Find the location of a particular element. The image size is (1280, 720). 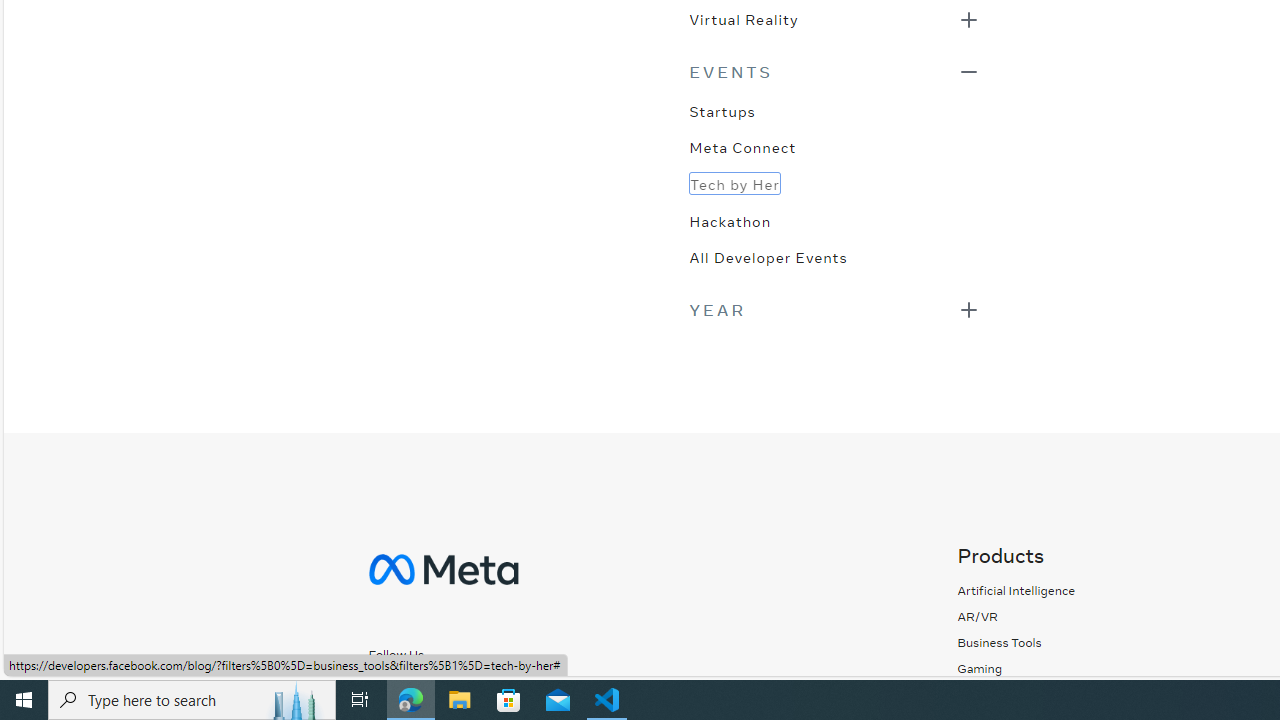

'All Developer Events' is located at coordinates (767, 254).